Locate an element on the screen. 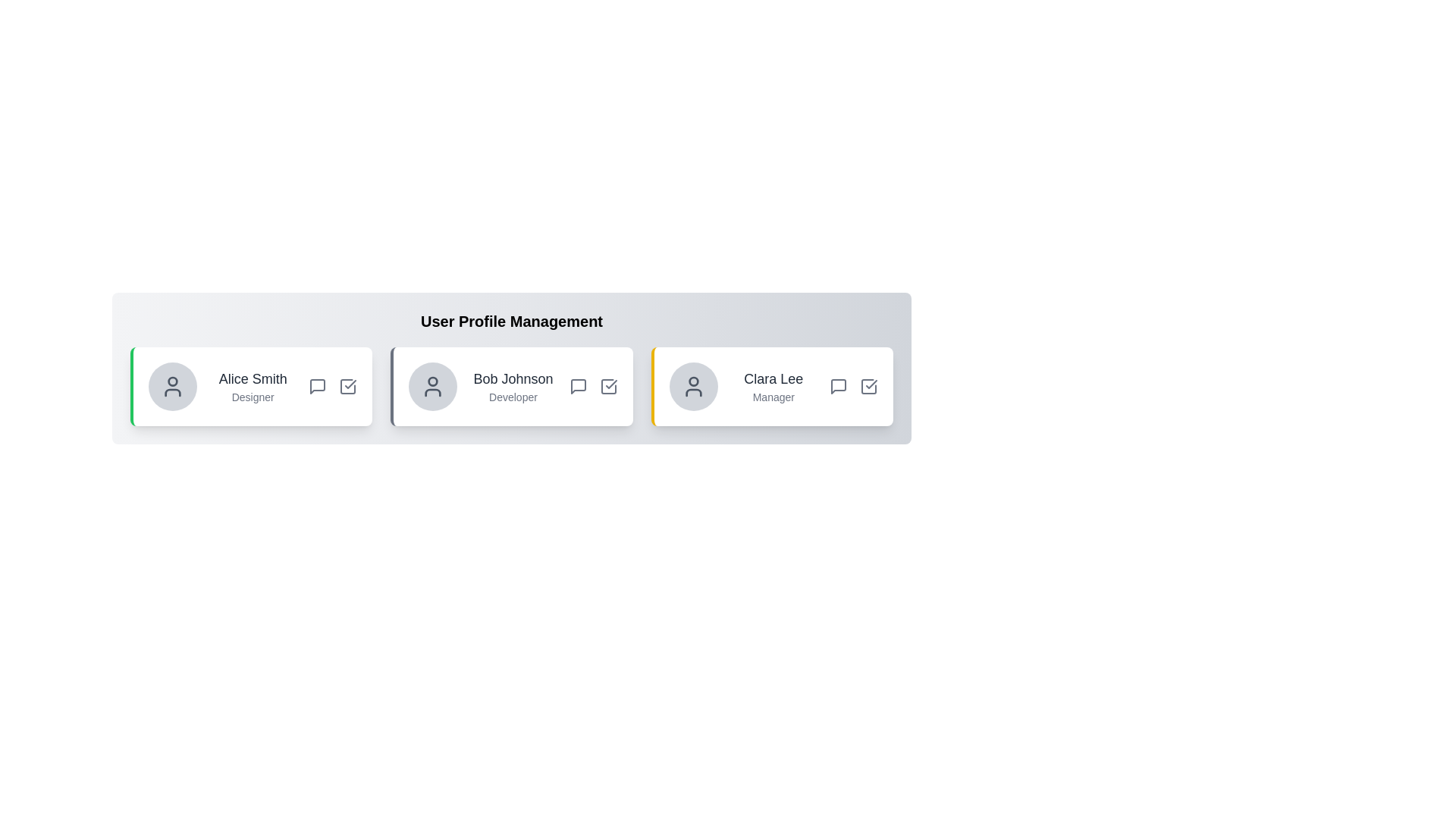 Image resolution: width=1456 pixels, height=819 pixels. text label indicating the user's role as 'Designer', which is located below 'Alice Smith' in the user profile card under the 'User Profile Management' section is located at coordinates (253, 397).